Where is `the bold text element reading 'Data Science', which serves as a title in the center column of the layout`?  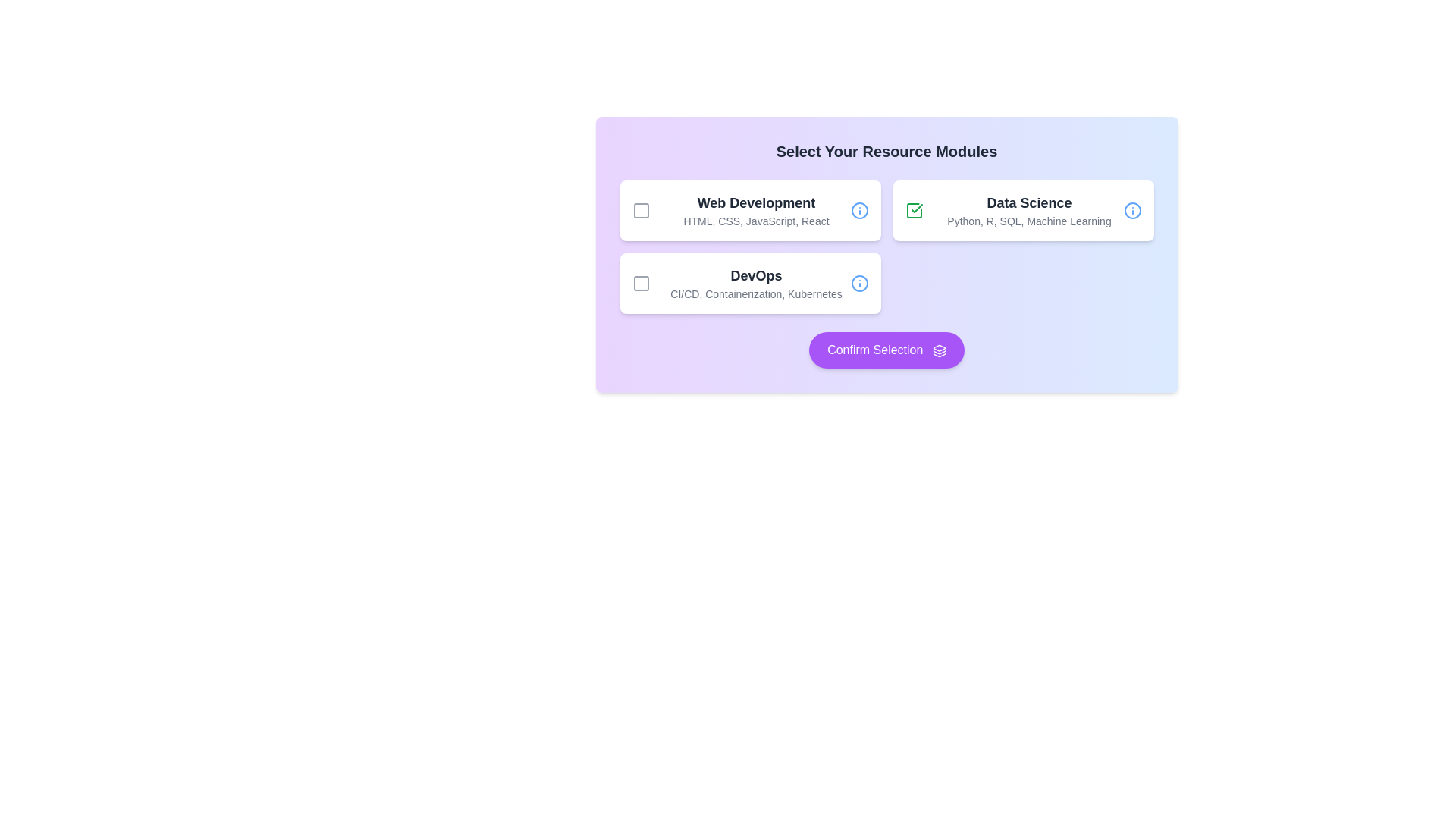 the bold text element reading 'Data Science', which serves as a title in the center column of the layout is located at coordinates (1029, 202).